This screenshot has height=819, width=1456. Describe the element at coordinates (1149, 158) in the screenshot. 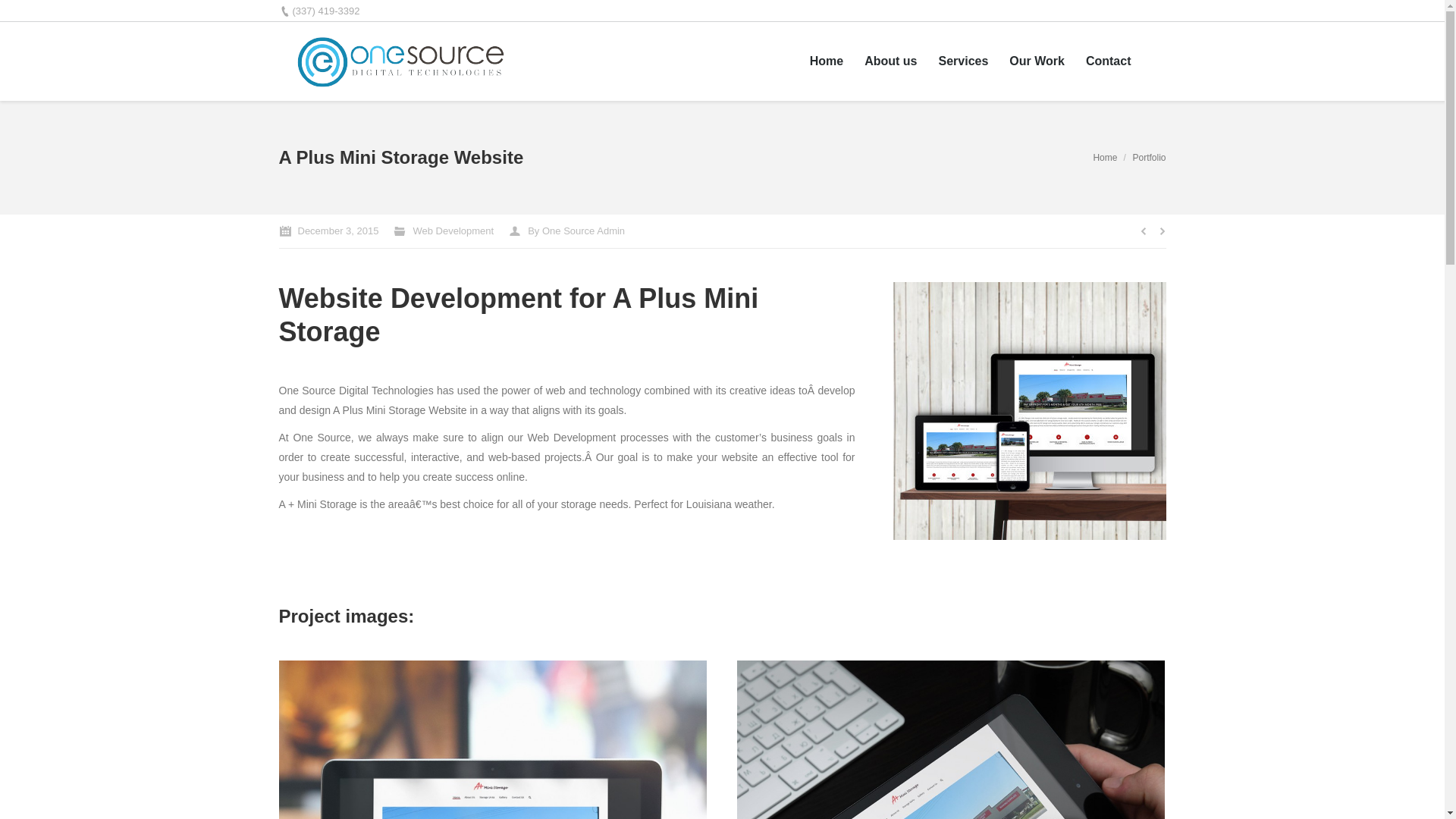

I see `'Portfolio'` at that location.